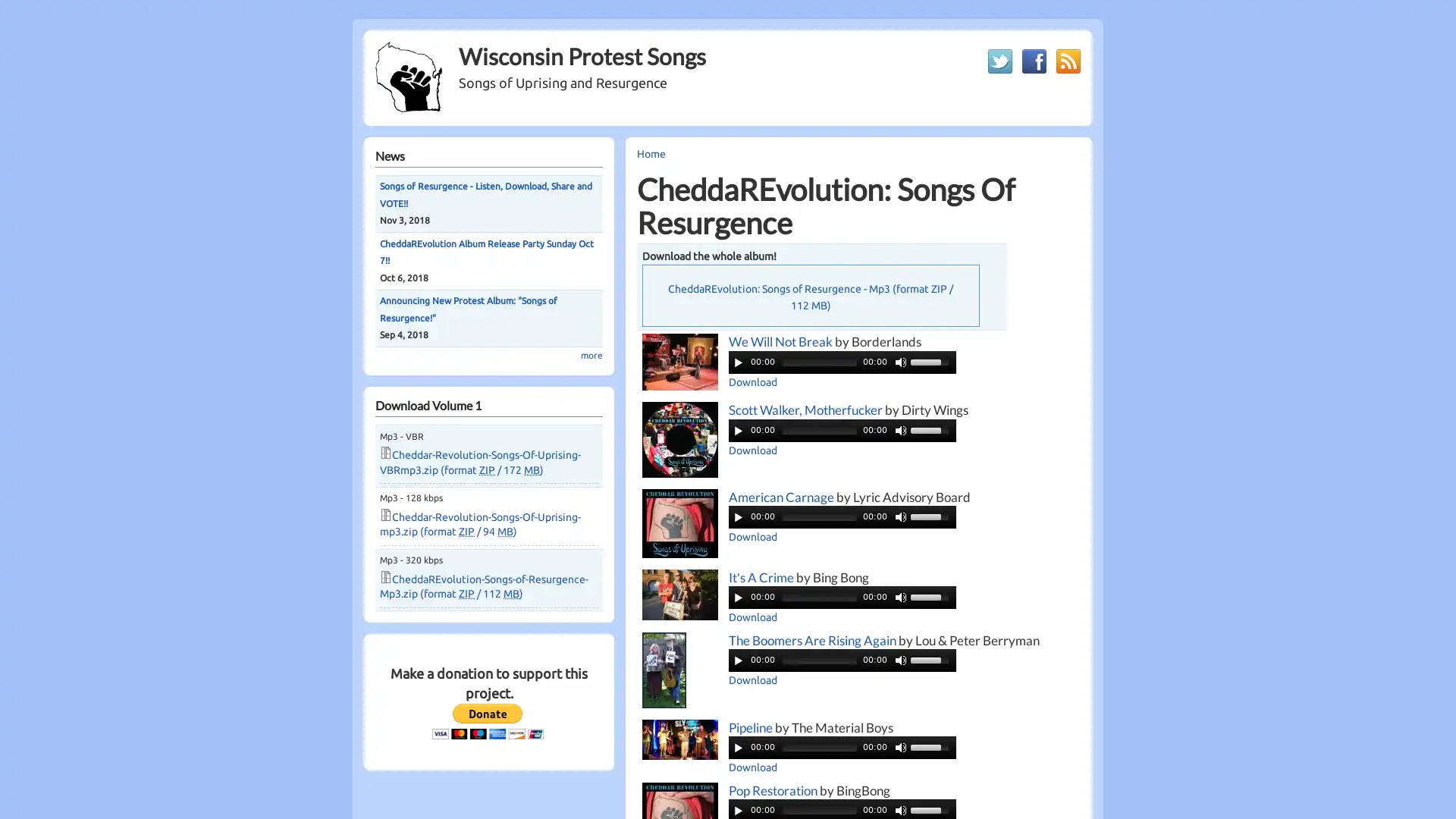  Describe the element at coordinates (901, 745) in the screenshot. I see `Mute Toggle` at that location.